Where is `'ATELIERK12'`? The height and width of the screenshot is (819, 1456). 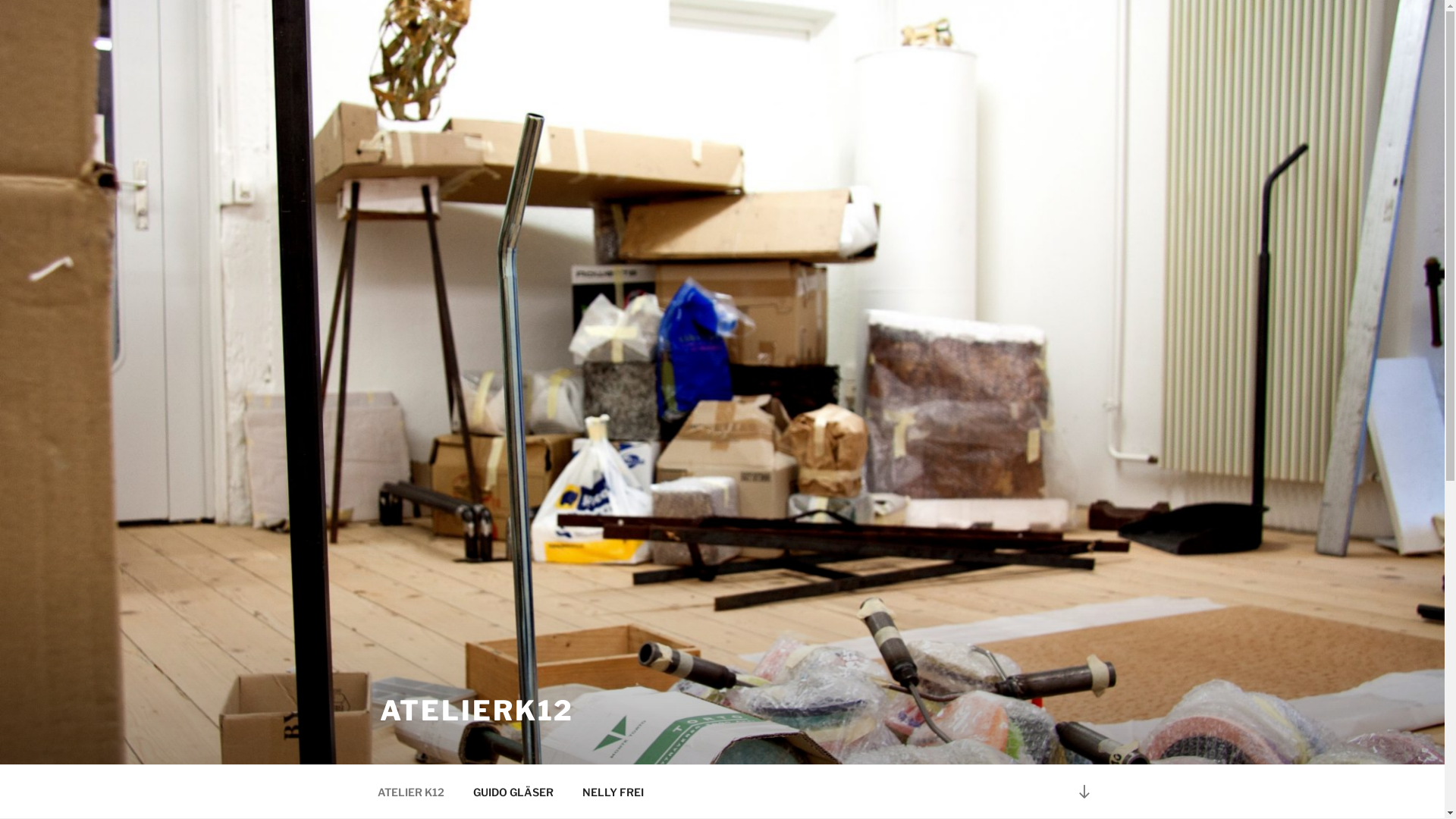 'ATELIERK12' is located at coordinates (475, 711).